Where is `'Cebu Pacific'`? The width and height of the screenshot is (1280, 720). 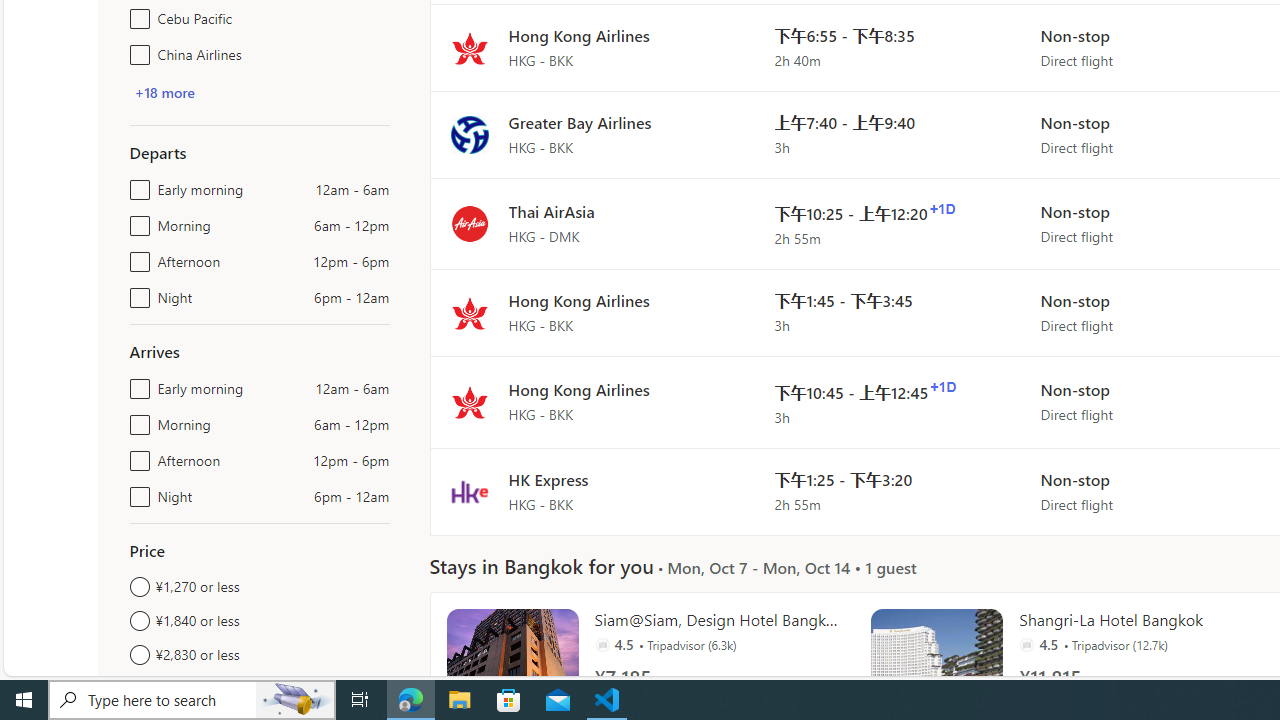 'Cebu Pacific' is located at coordinates (135, 15).